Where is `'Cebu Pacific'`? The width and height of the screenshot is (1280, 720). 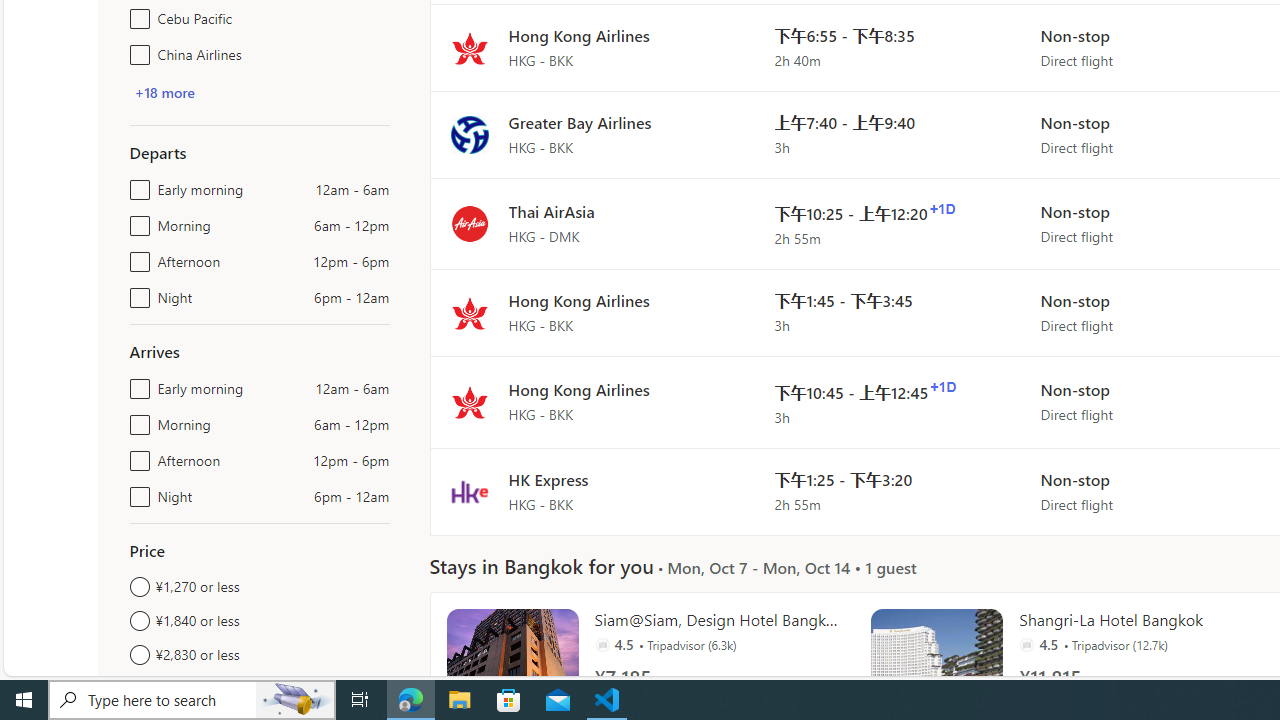 'Cebu Pacific' is located at coordinates (135, 15).